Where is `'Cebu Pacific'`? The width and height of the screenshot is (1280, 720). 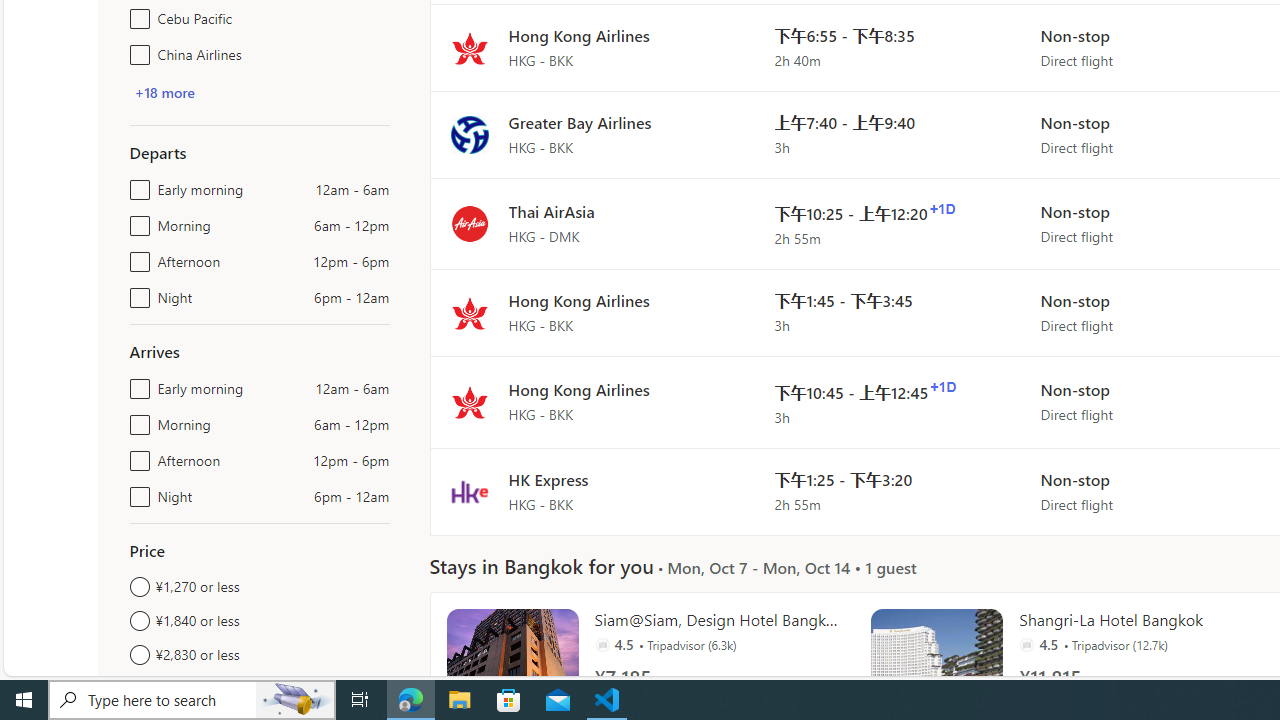 'Cebu Pacific' is located at coordinates (135, 15).